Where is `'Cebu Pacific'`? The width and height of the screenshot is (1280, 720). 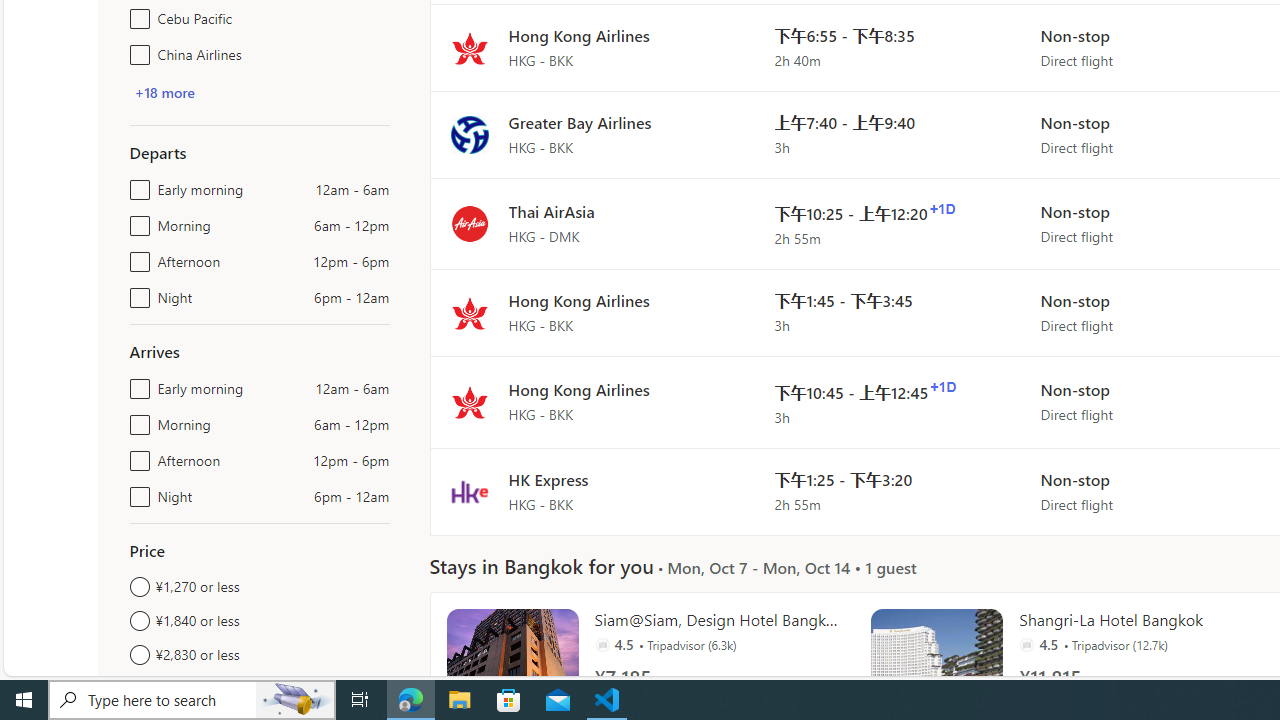 'Cebu Pacific' is located at coordinates (135, 15).